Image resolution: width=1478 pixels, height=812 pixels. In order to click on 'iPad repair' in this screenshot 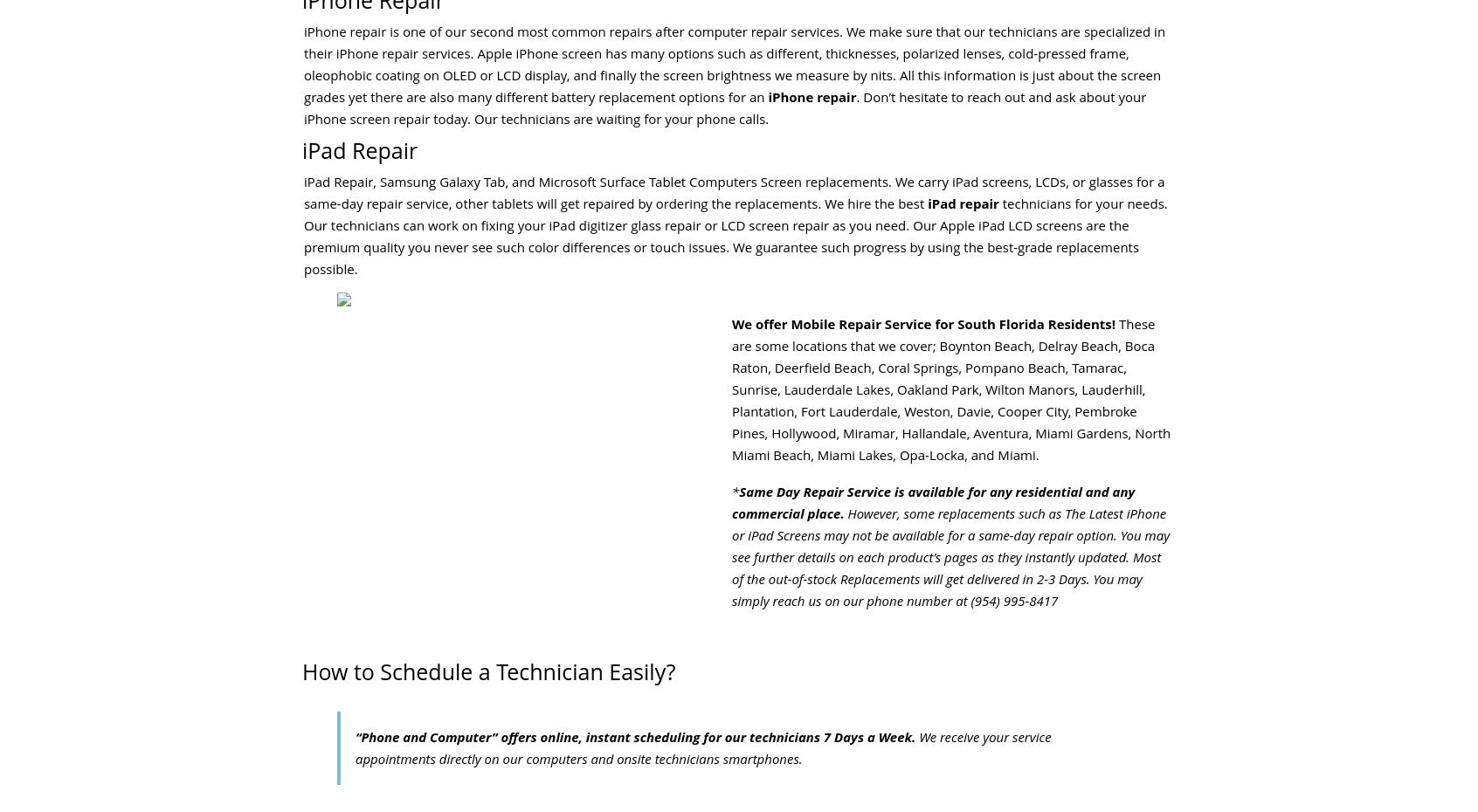, I will do `click(928, 202)`.